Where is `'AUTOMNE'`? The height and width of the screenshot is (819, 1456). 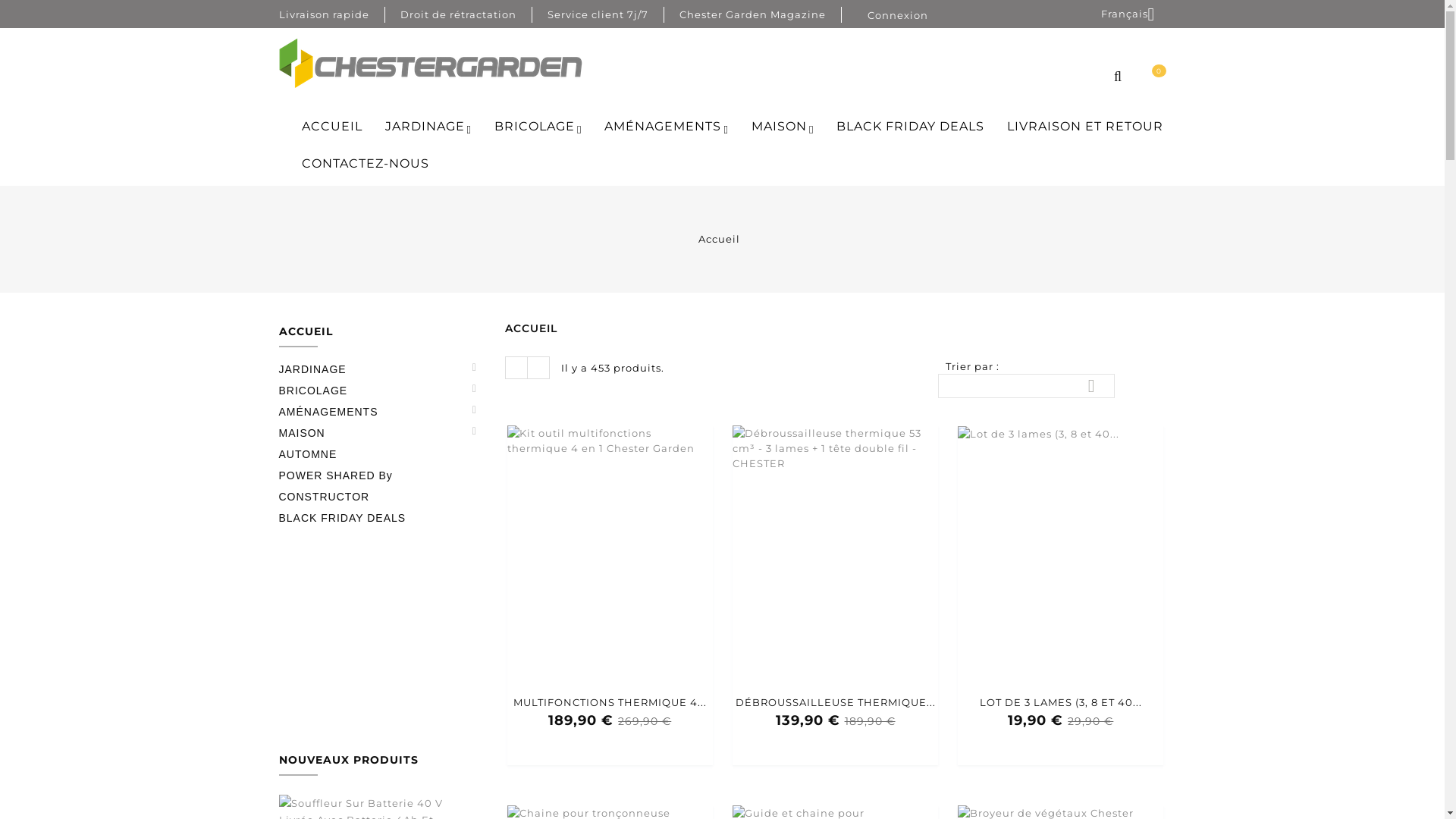 'AUTOMNE' is located at coordinates (279, 453).